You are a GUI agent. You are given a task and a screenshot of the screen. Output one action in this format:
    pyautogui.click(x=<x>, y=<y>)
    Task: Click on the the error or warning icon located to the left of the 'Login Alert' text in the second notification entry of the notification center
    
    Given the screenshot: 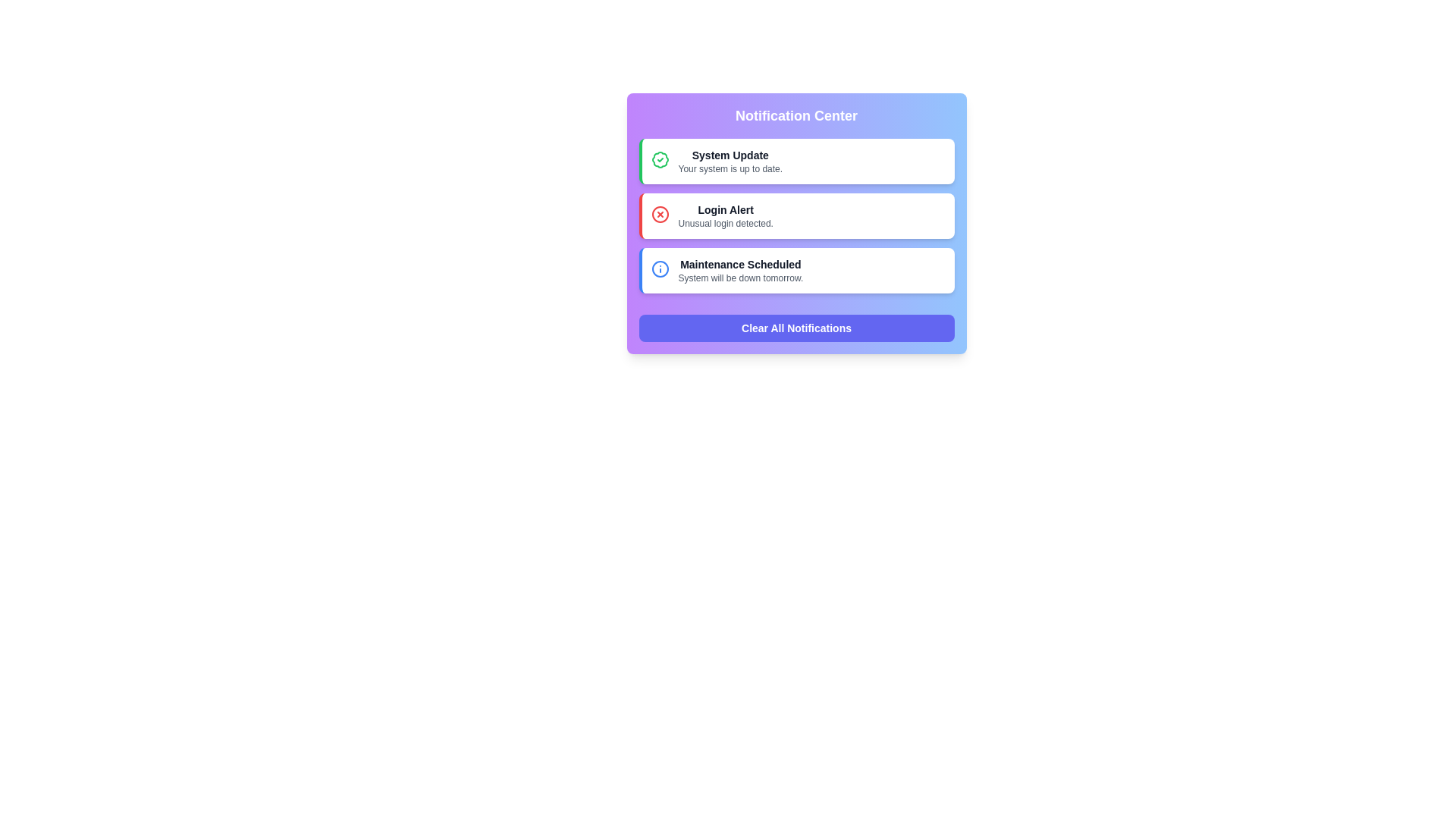 What is the action you would take?
    pyautogui.click(x=660, y=214)
    